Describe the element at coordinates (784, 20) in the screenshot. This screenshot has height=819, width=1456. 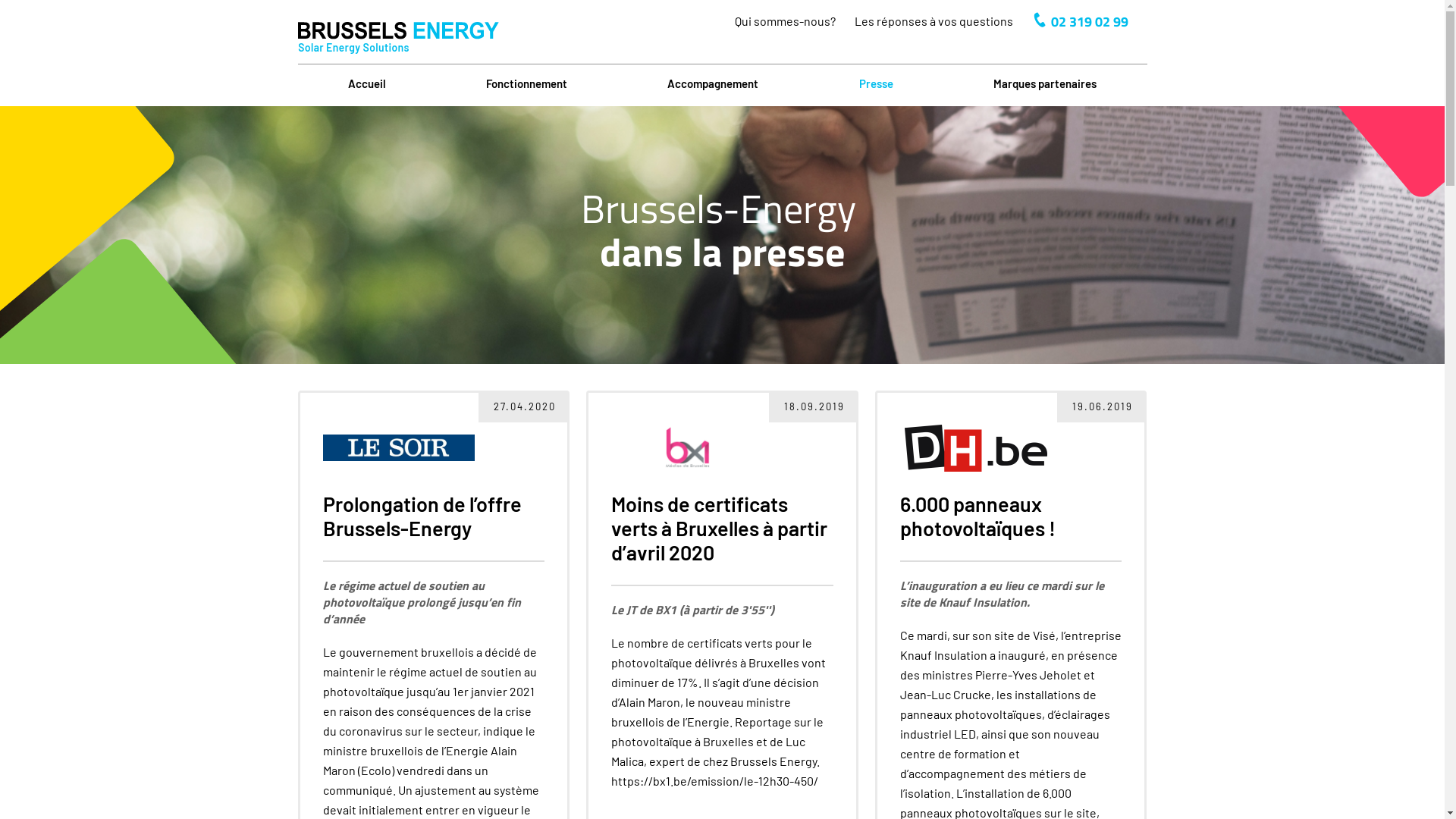
I see `'Qui sommes-nous?'` at that location.